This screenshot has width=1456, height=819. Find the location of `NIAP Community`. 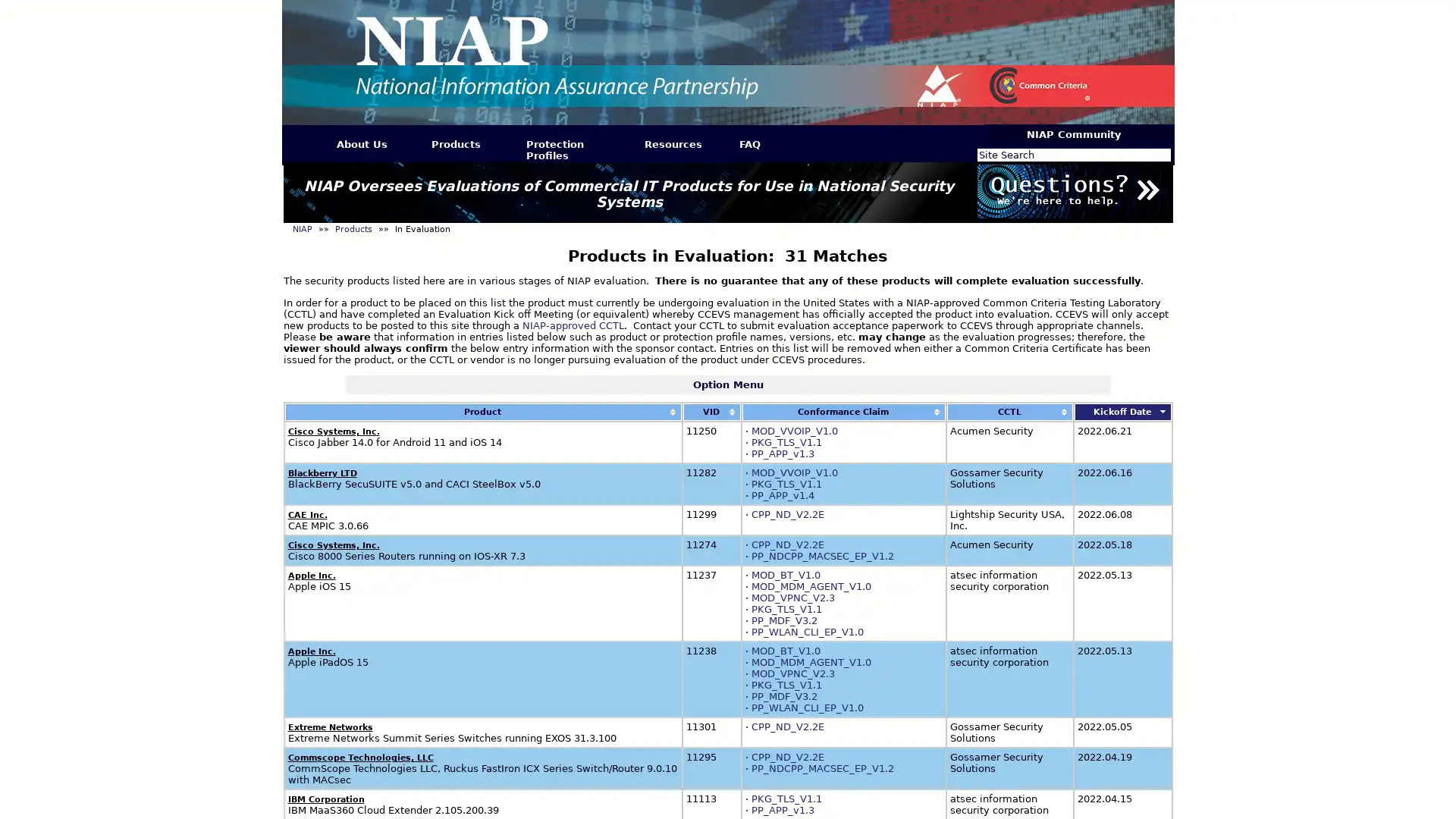

NIAP Community is located at coordinates (1078, 133).